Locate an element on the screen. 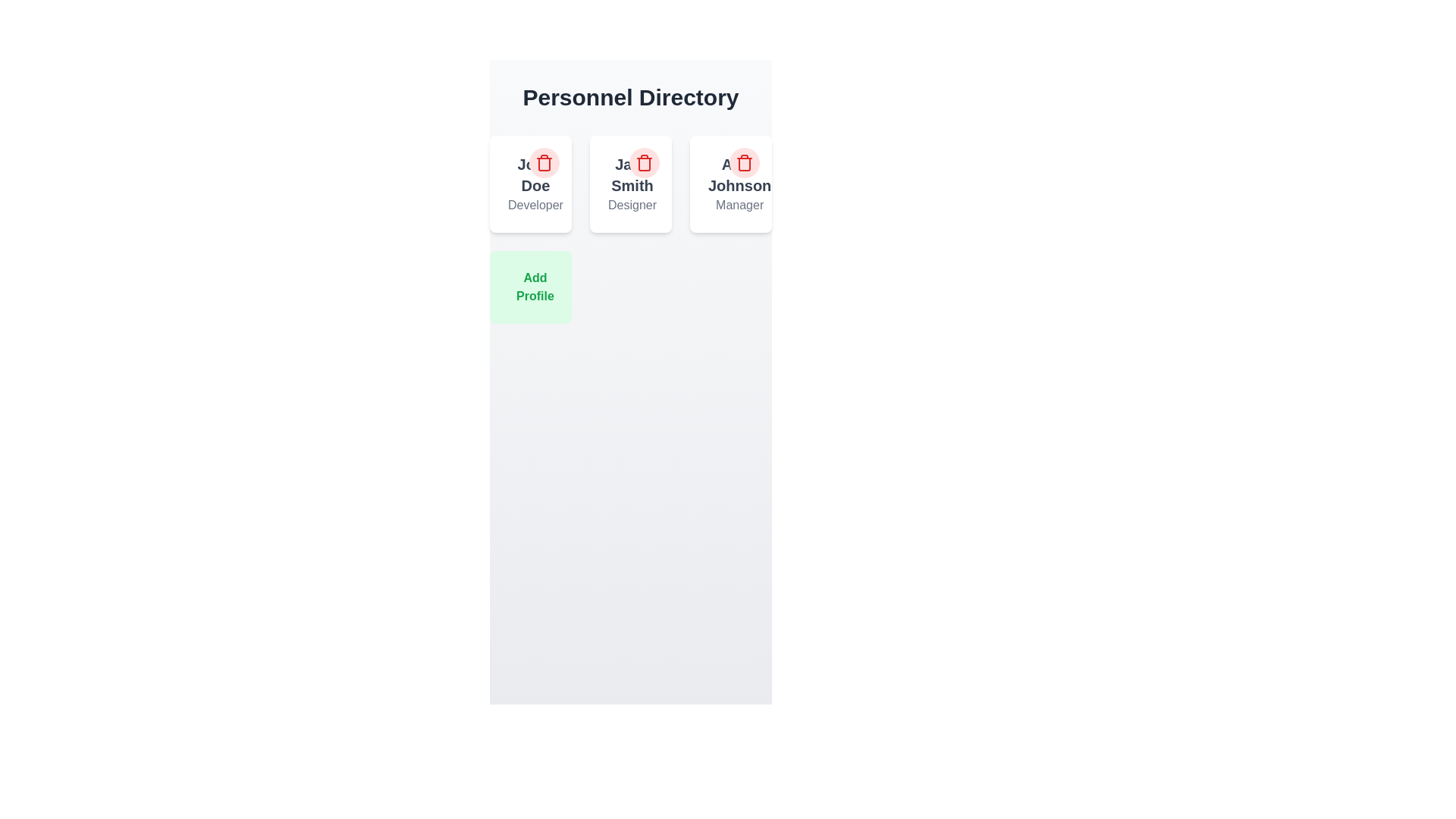 This screenshot has height=819, width=1456. the text label providing additional information about the individual's position, located below the title 'Alice Johnson' in a card-like layout is located at coordinates (739, 205).